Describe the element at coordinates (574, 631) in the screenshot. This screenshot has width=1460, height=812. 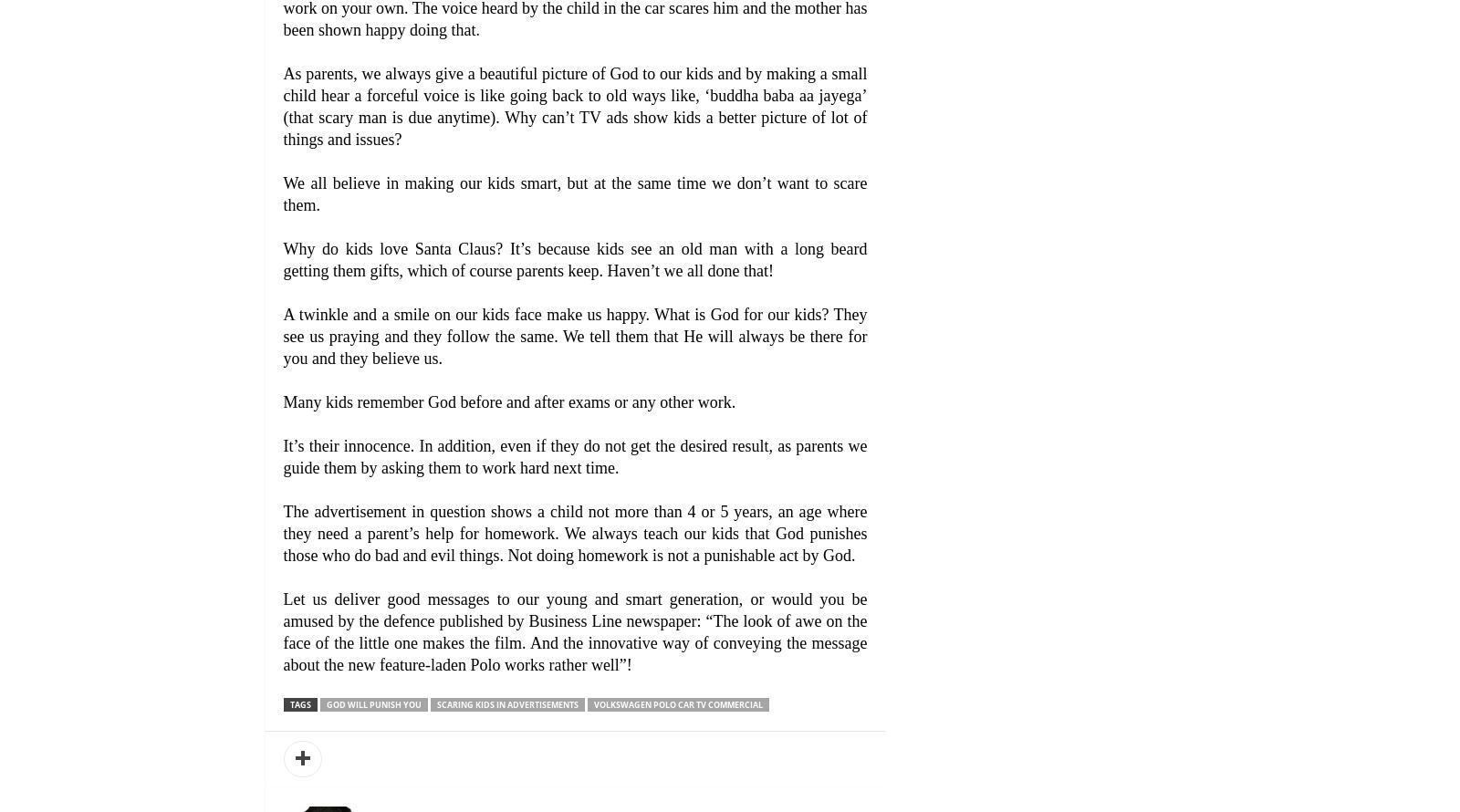
I see `'Let us deliver good messages to our young and smart generation, or would you be amused by the defence published by Business Line newspaper: “The look of awe on the face of the little one makes the film. And the innovative way of conveying the message about the new feature-laden Polo works rather well”!'` at that location.